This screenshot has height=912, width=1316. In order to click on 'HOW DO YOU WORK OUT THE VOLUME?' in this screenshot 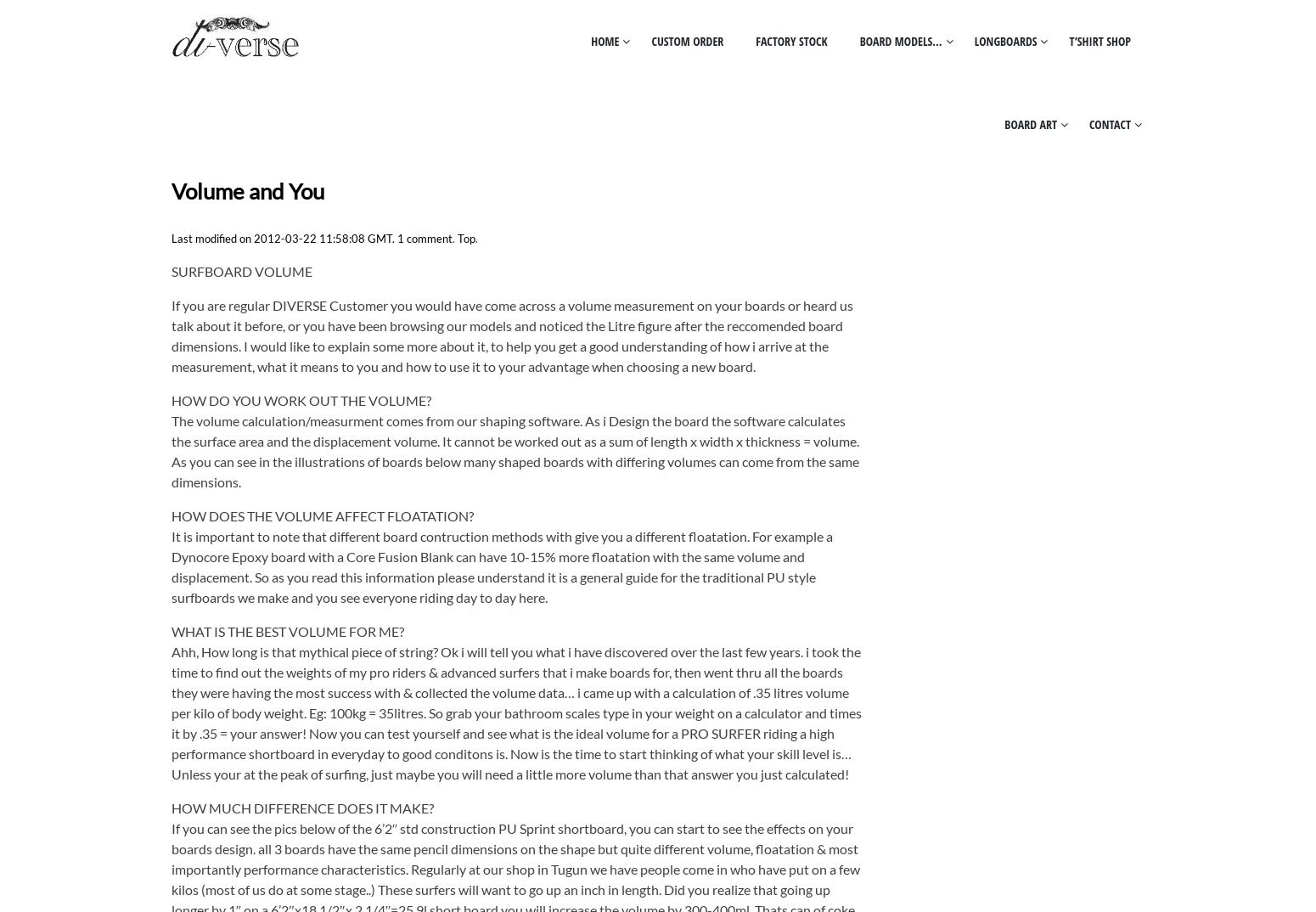, I will do `click(170, 399)`.